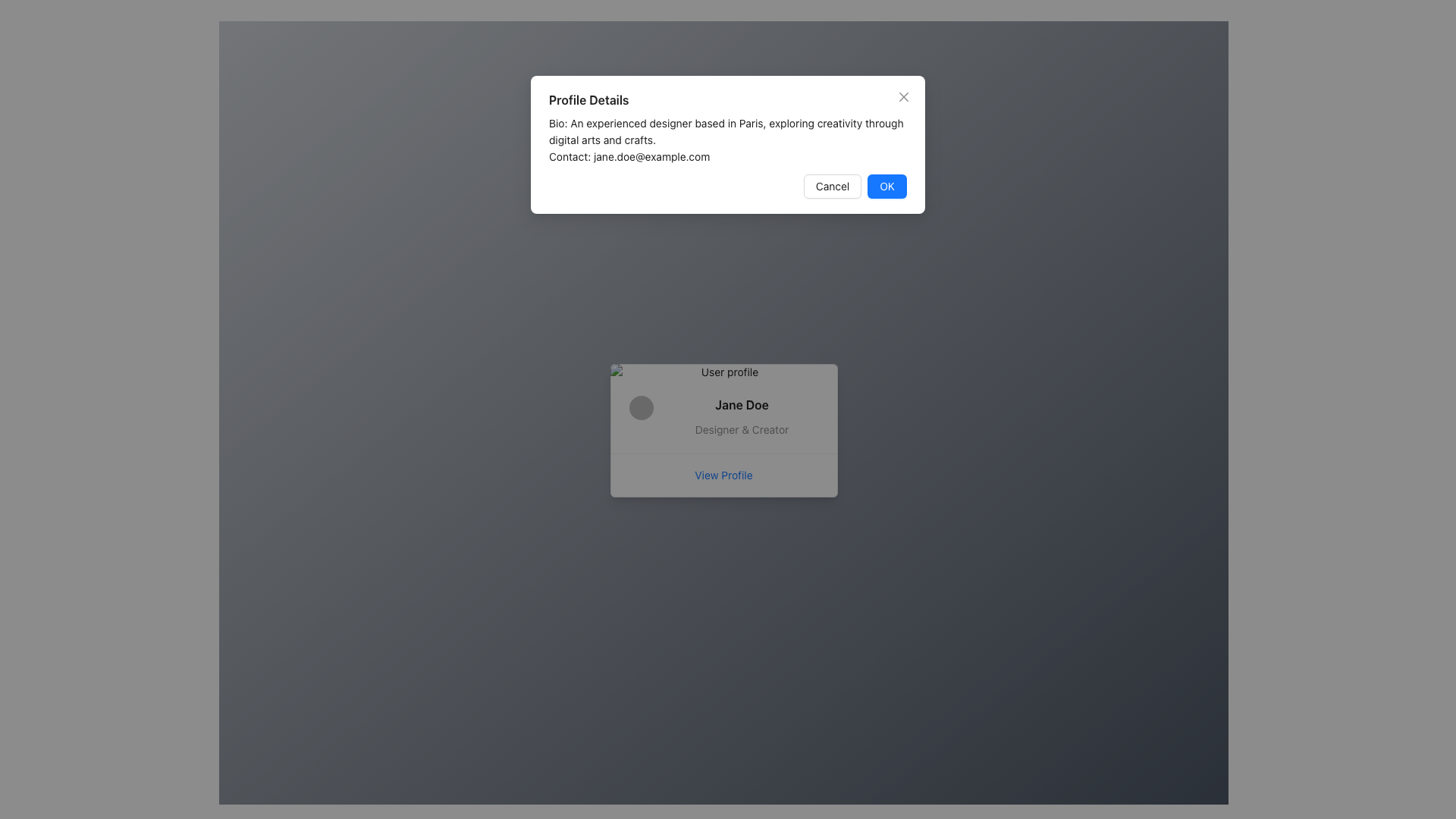 Image resolution: width=1456 pixels, height=819 pixels. I want to click on the 'View Profile' button, which is a horizontal textual button styled in blue text located at the bottom edge of the user information card, so click(723, 474).